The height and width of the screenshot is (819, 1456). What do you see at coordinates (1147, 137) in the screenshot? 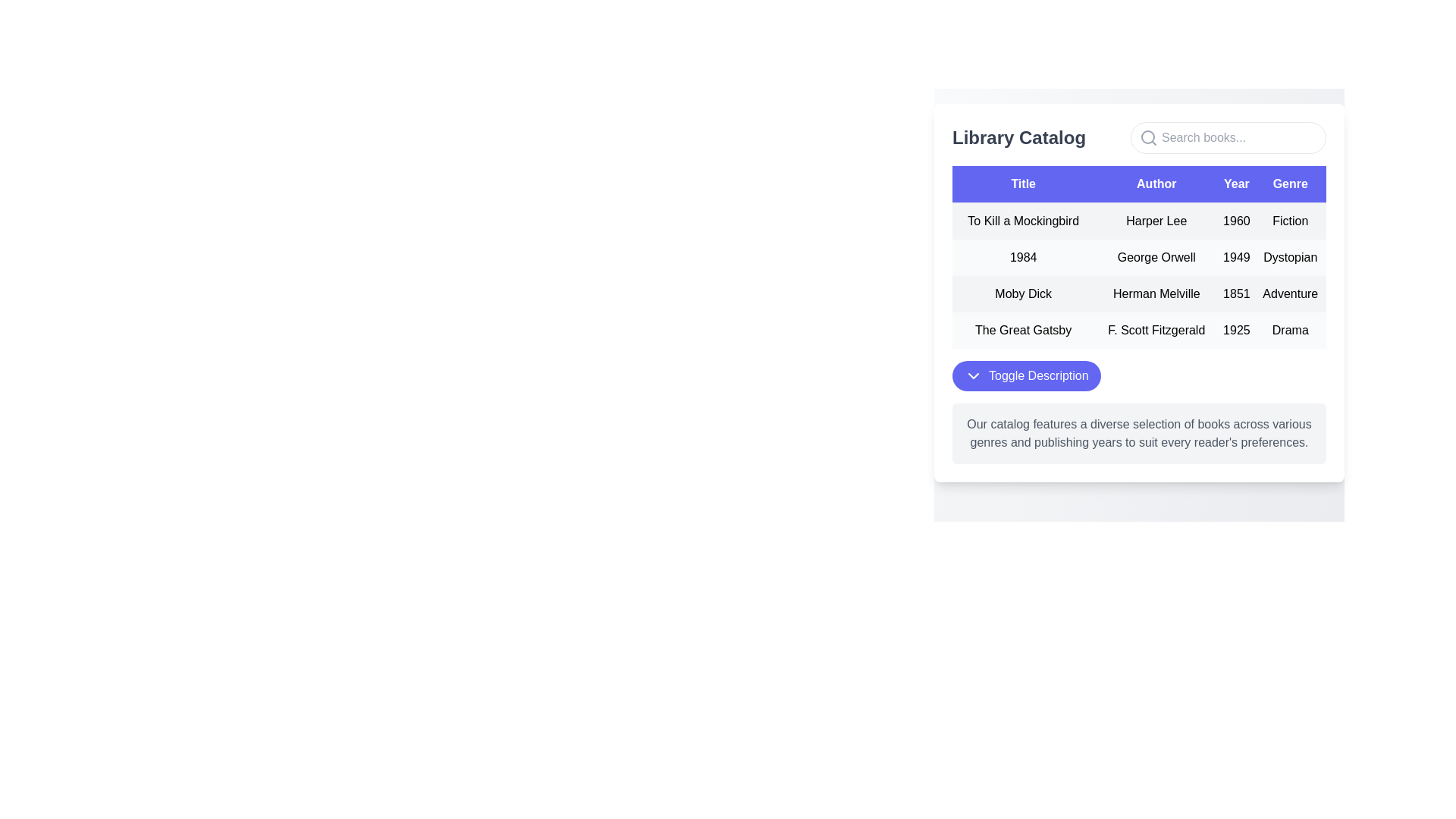
I see `SVG Circle that represents the lens of a magnifying glass icon, which is located to the left of the search input field in the top-right corner of the interface` at bounding box center [1147, 137].